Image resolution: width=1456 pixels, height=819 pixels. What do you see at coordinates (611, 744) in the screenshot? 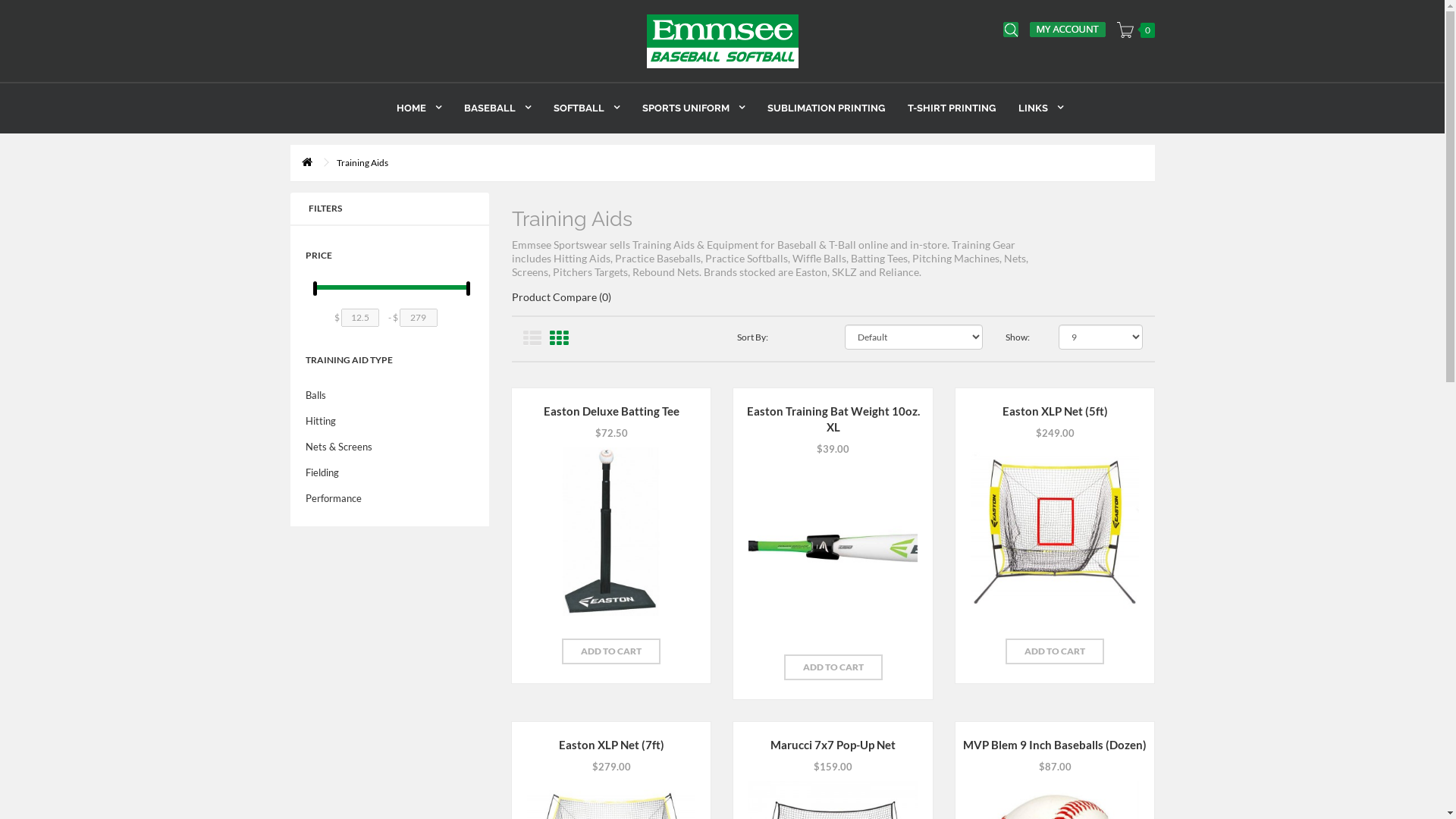
I see `'Easton XLP Net (7ft)'` at bounding box center [611, 744].